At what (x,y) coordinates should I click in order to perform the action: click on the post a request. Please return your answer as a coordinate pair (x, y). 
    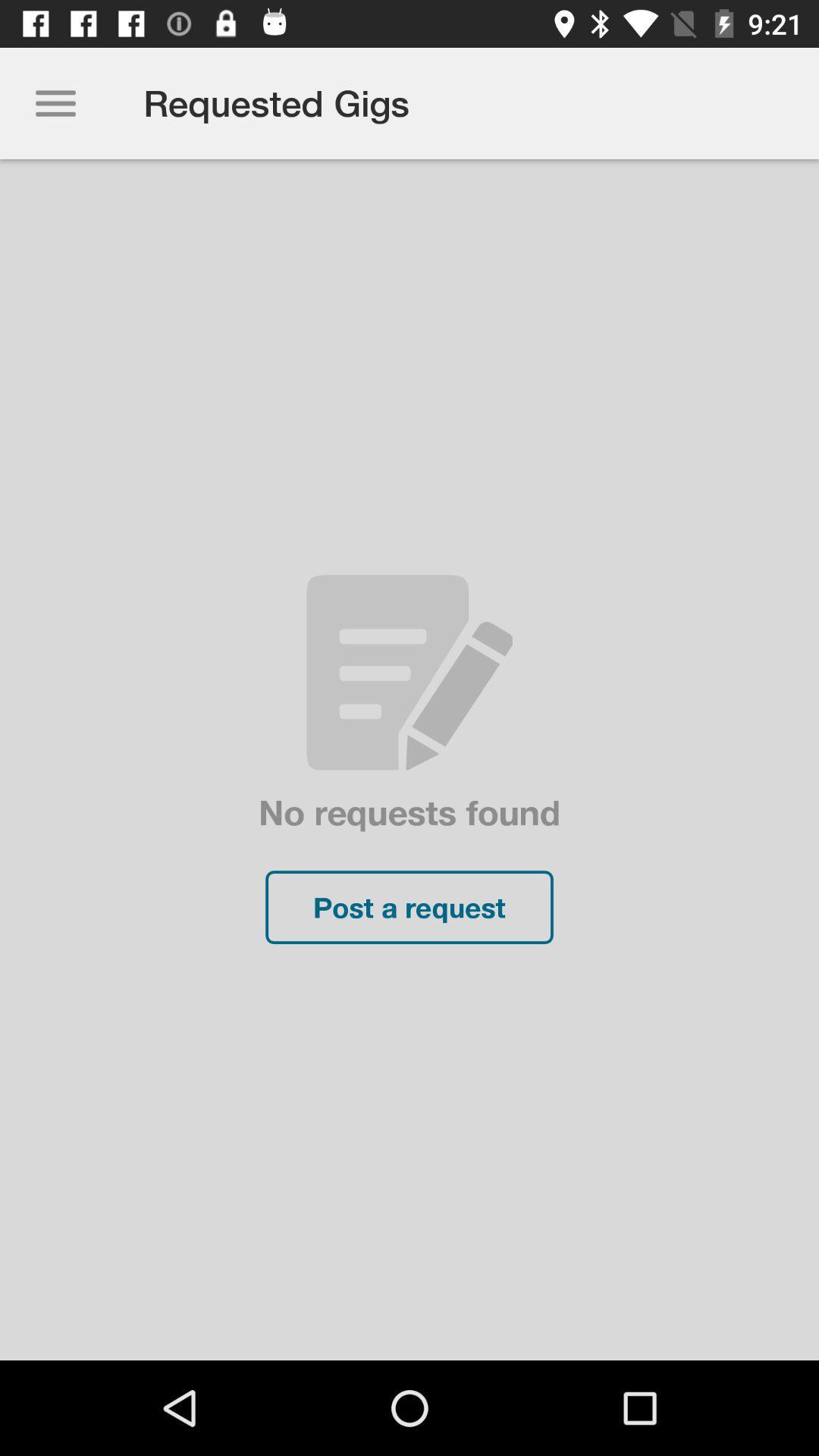
    Looking at the image, I should click on (409, 907).